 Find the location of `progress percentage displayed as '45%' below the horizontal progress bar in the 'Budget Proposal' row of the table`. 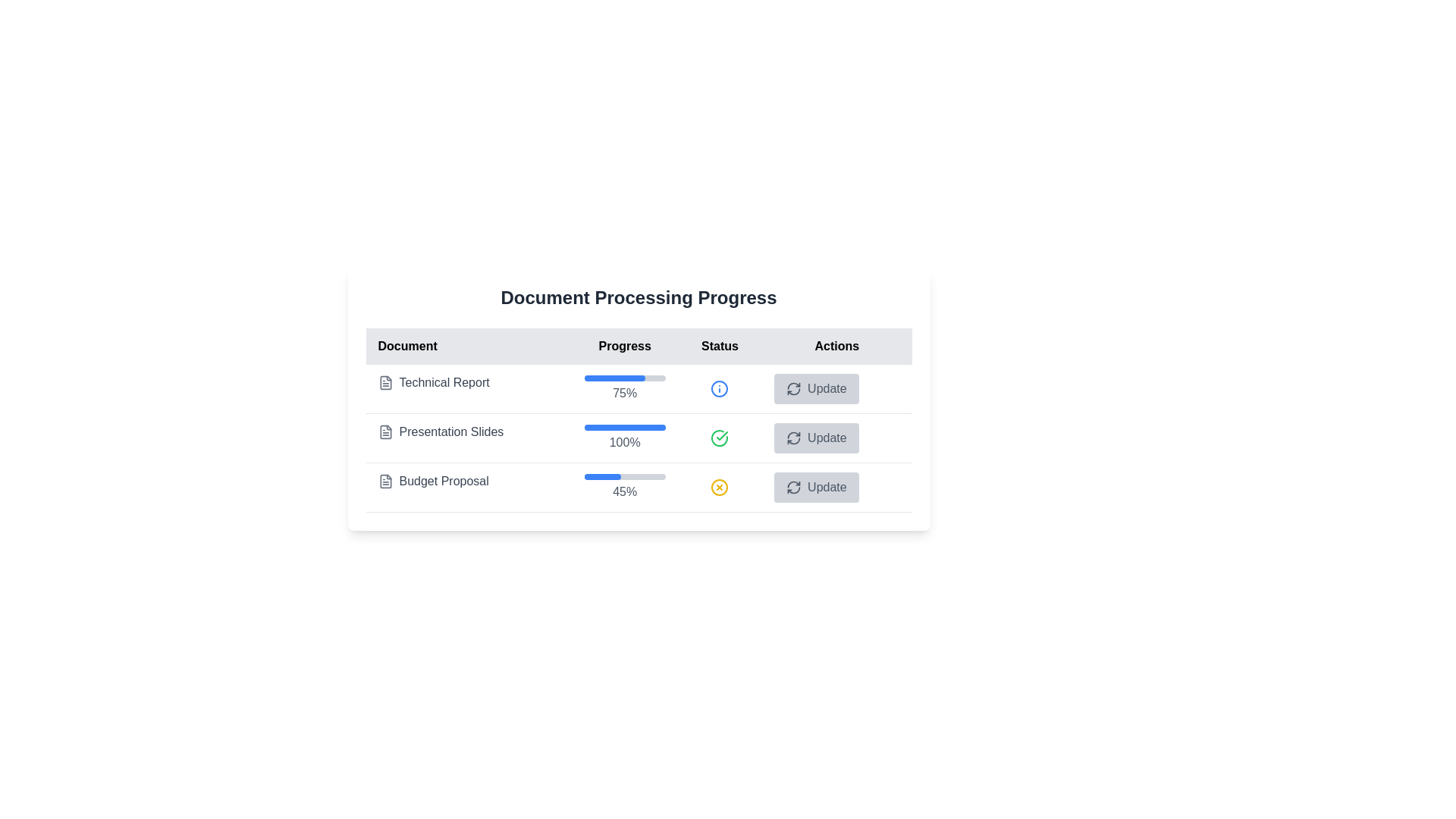

progress percentage displayed as '45%' below the horizontal progress bar in the 'Budget Proposal' row of the table is located at coordinates (625, 488).